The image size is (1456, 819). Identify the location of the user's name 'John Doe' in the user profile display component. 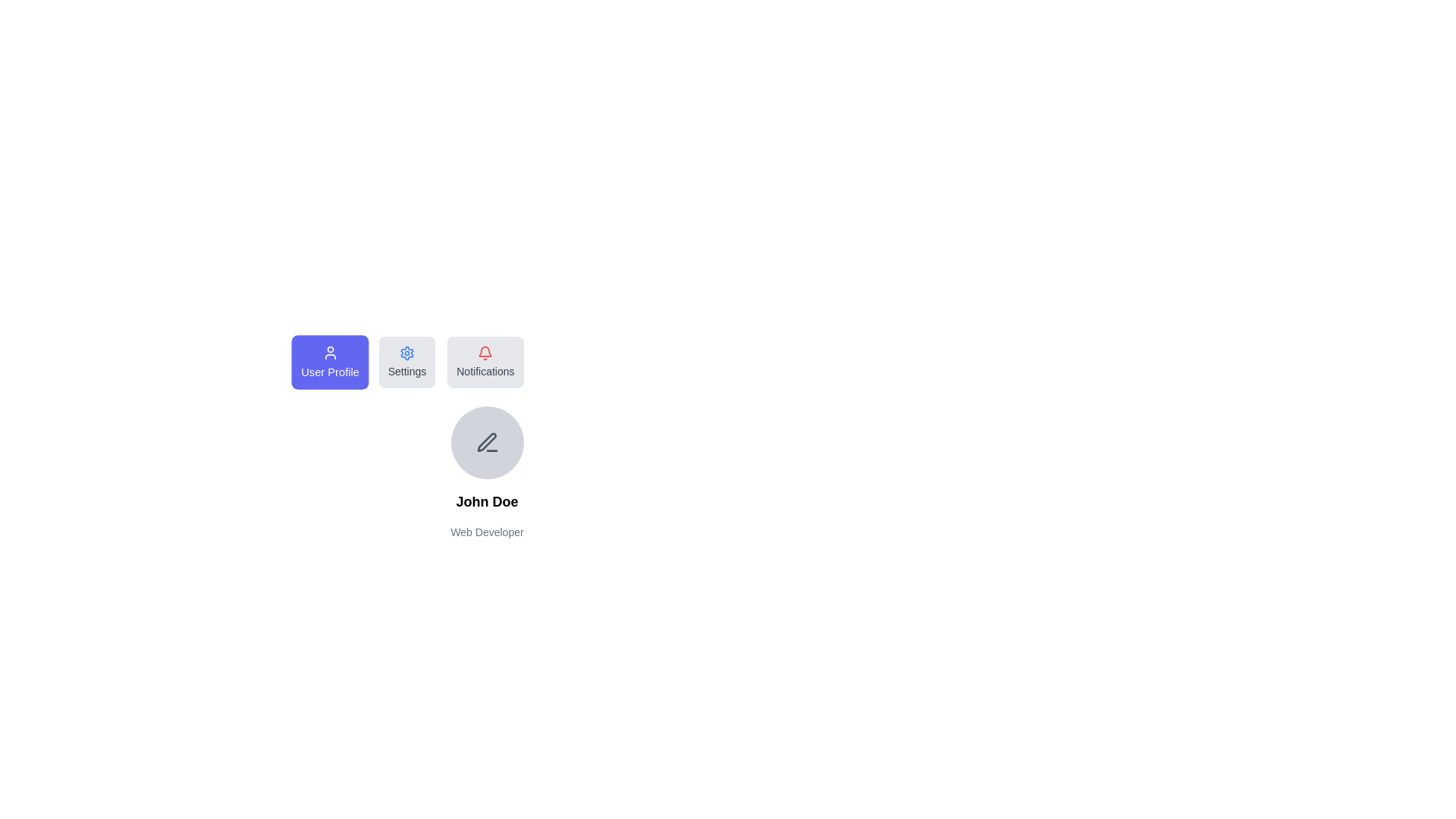
(487, 472).